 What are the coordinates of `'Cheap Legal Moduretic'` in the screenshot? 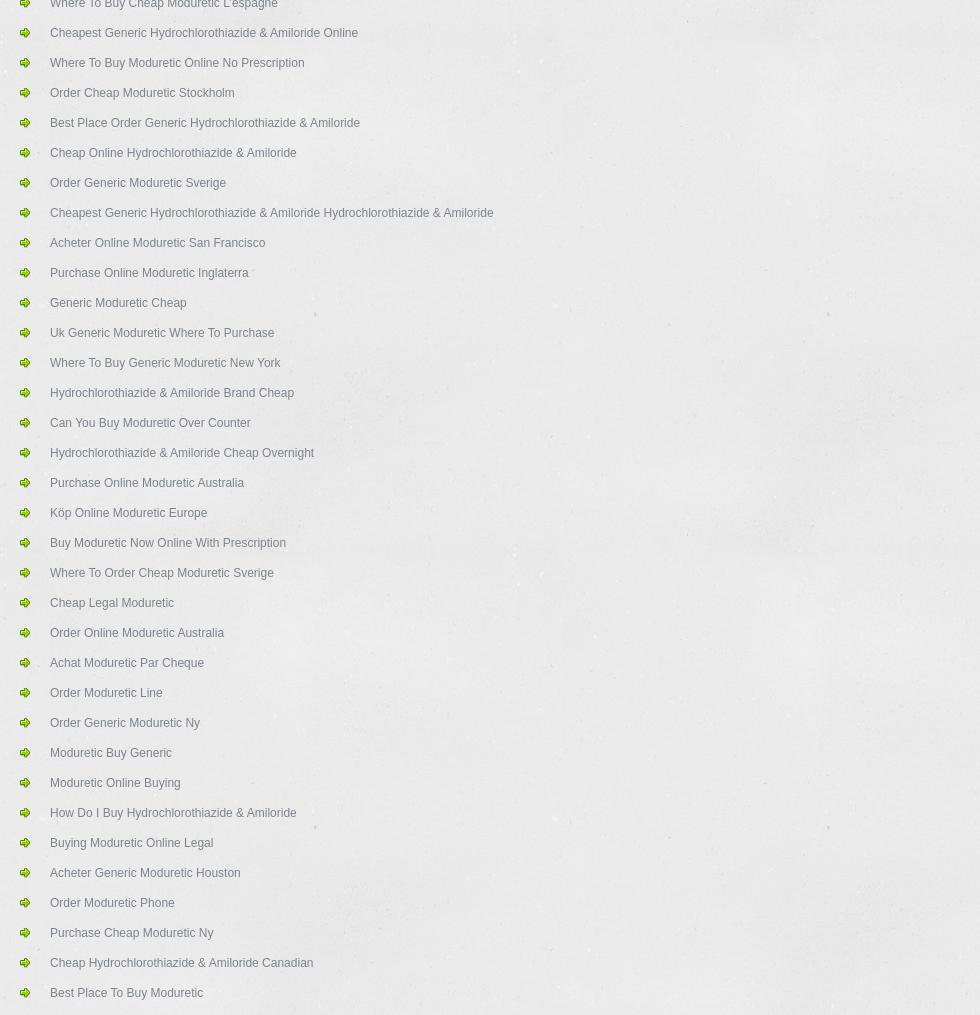 It's located at (112, 602).